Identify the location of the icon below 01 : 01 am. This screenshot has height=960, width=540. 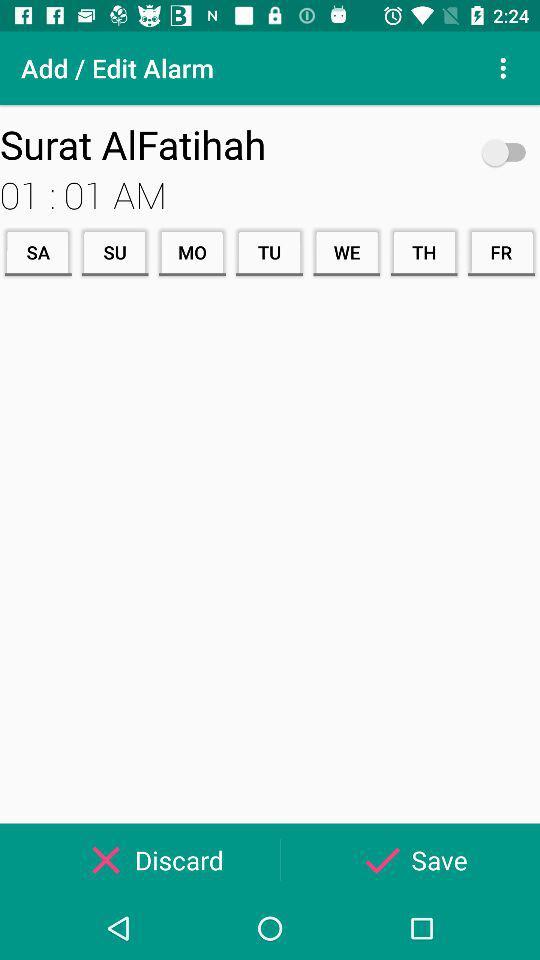
(269, 251).